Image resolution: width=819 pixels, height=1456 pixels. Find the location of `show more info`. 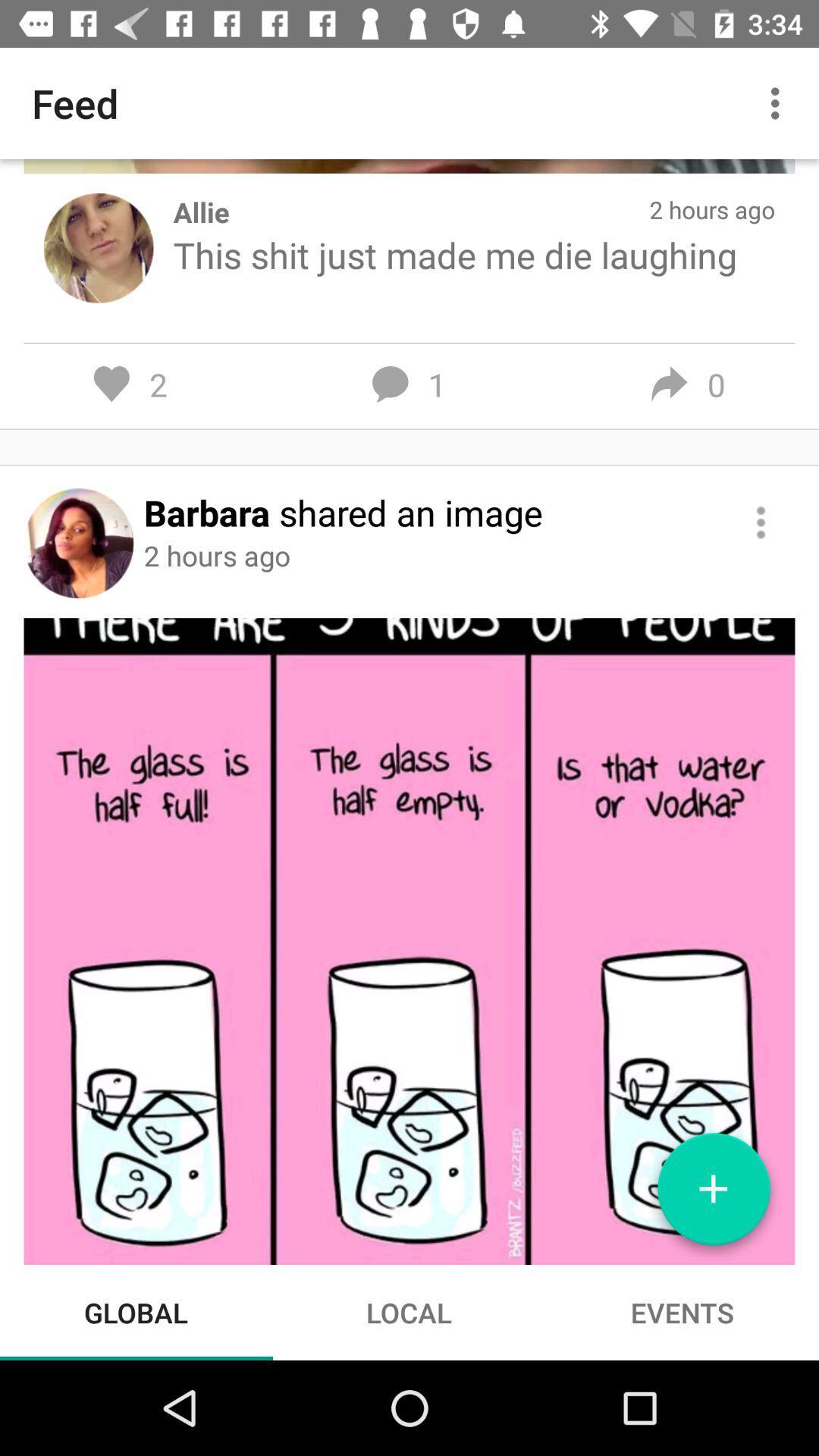

show more info is located at coordinates (761, 522).